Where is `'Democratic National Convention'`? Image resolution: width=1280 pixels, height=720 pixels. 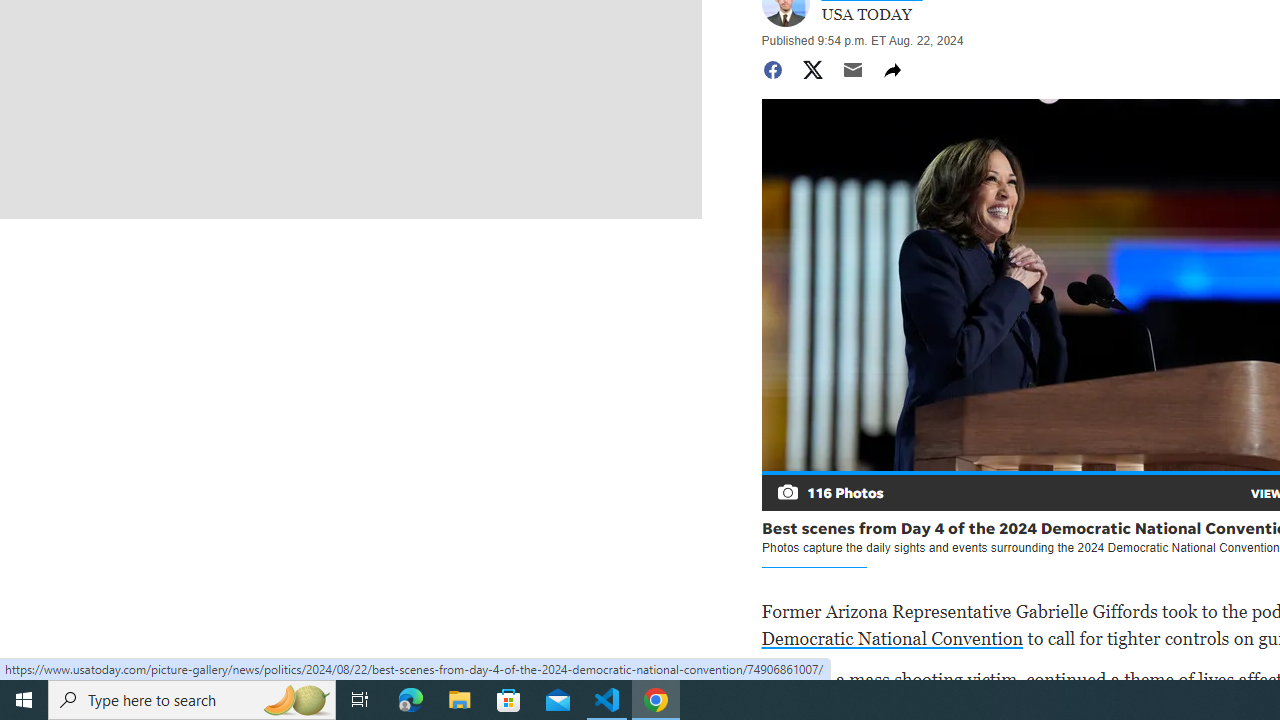 'Democratic National Convention' is located at coordinates (891, 638).